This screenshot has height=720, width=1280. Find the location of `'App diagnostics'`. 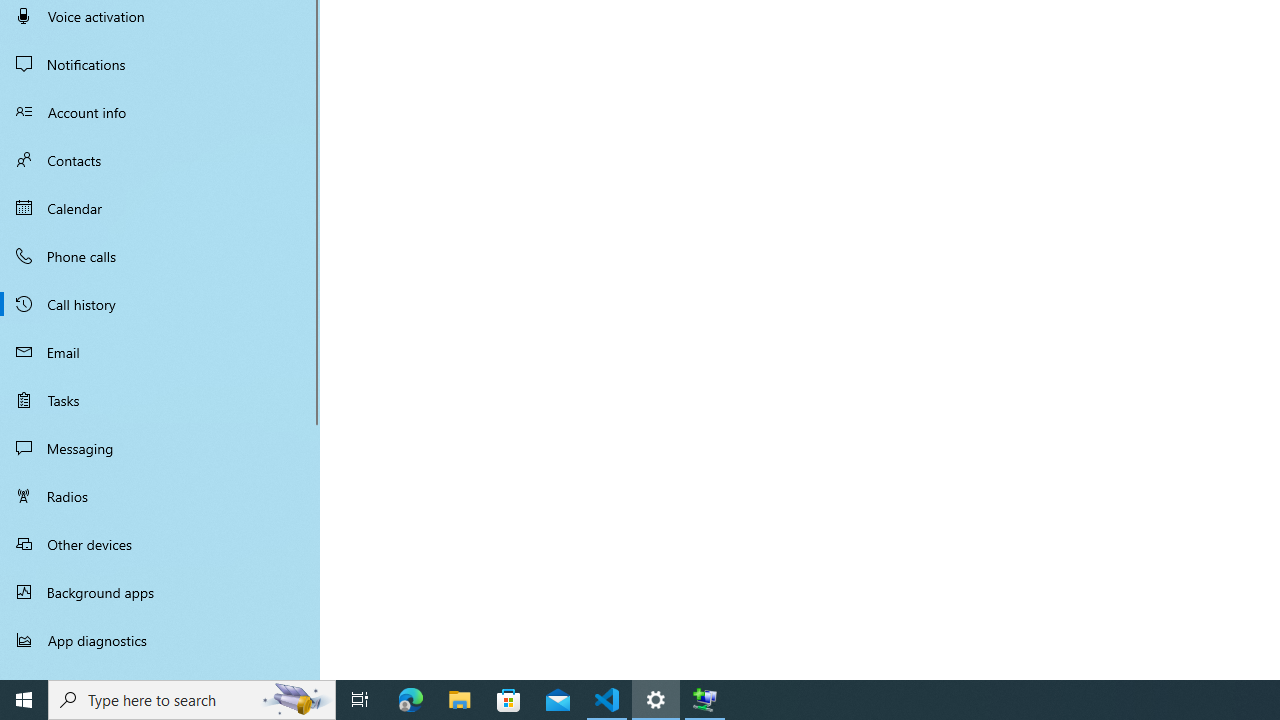

'App diagnostics' is located at coordinates (160, 640).